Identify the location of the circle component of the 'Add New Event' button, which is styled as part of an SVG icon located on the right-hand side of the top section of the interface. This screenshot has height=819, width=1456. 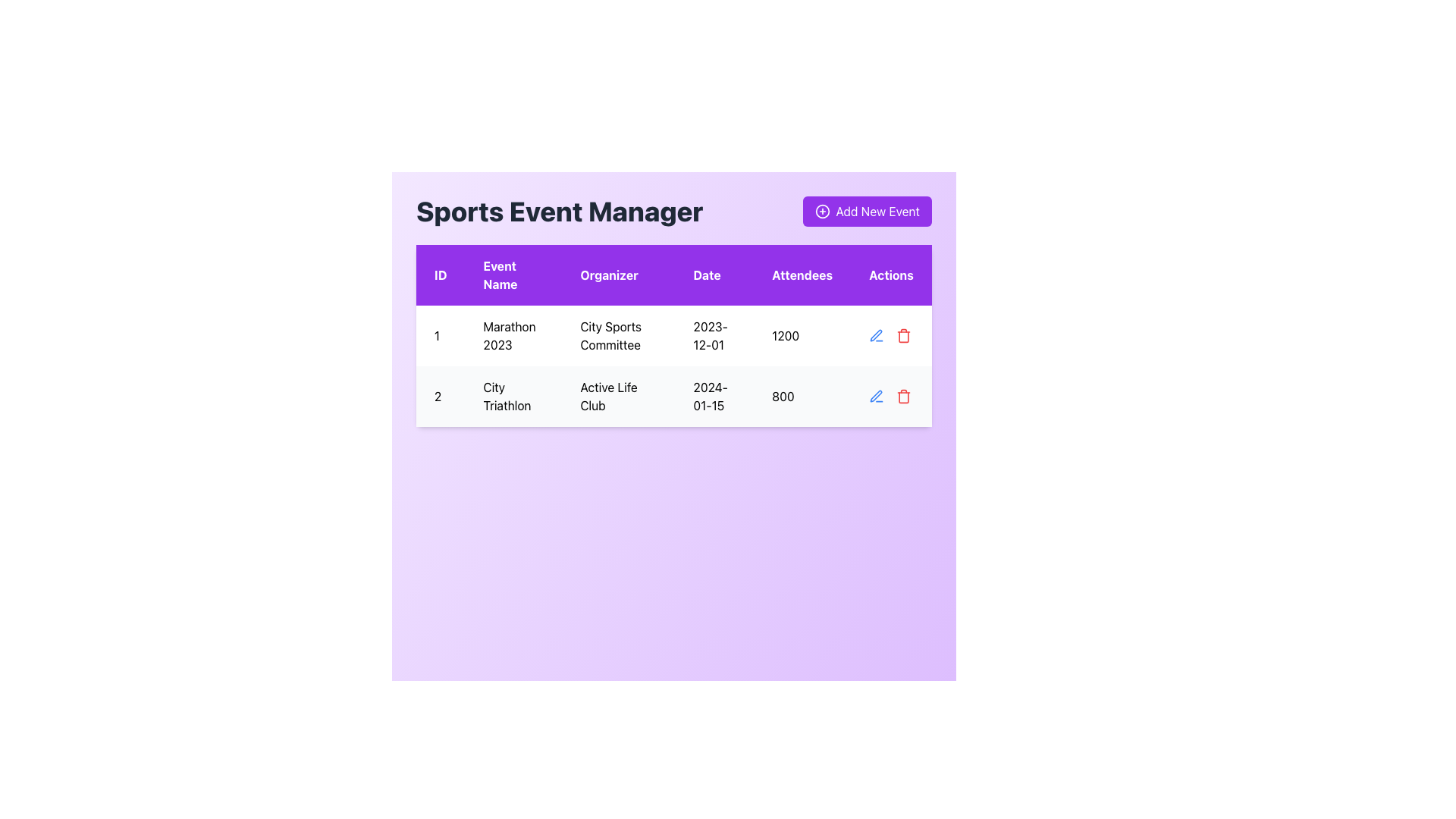
(821, 211).